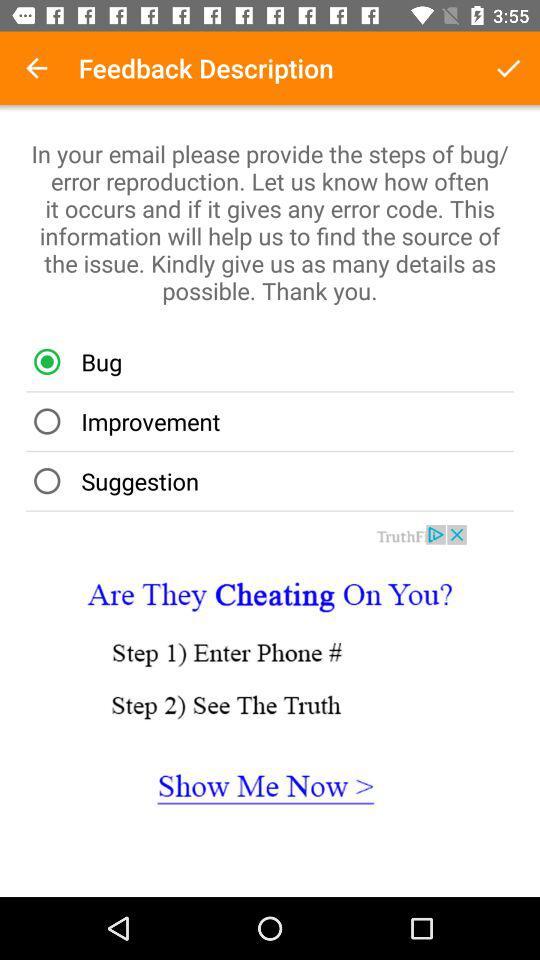 This screenshot has height=960, width=540. I want to click on open advertisement, so click(270, 689).